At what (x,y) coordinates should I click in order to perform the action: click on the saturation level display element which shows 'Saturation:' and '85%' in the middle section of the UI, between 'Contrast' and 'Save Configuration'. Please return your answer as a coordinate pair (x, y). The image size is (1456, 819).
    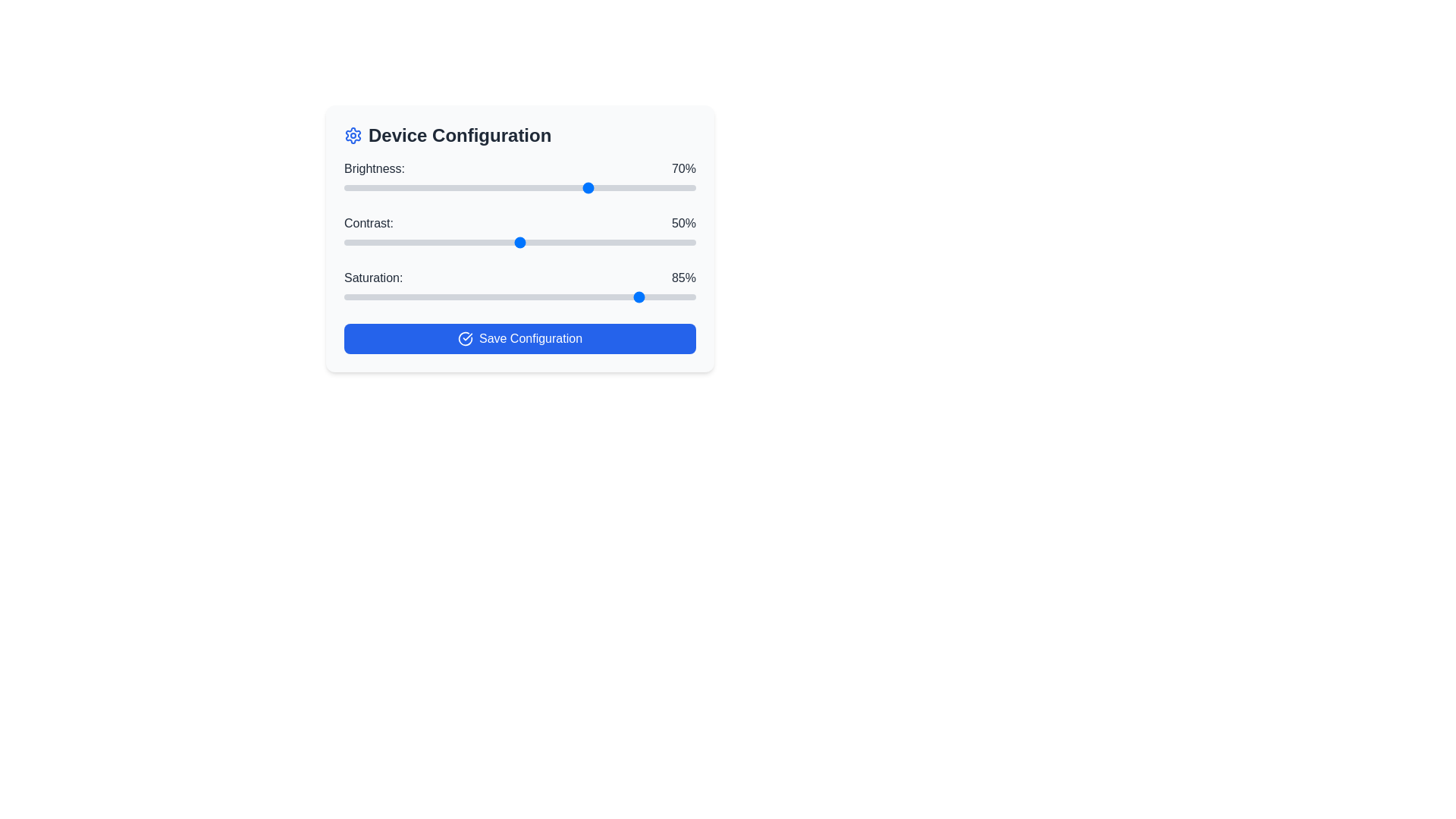
    Looking at the image, I should click on (520, 278).